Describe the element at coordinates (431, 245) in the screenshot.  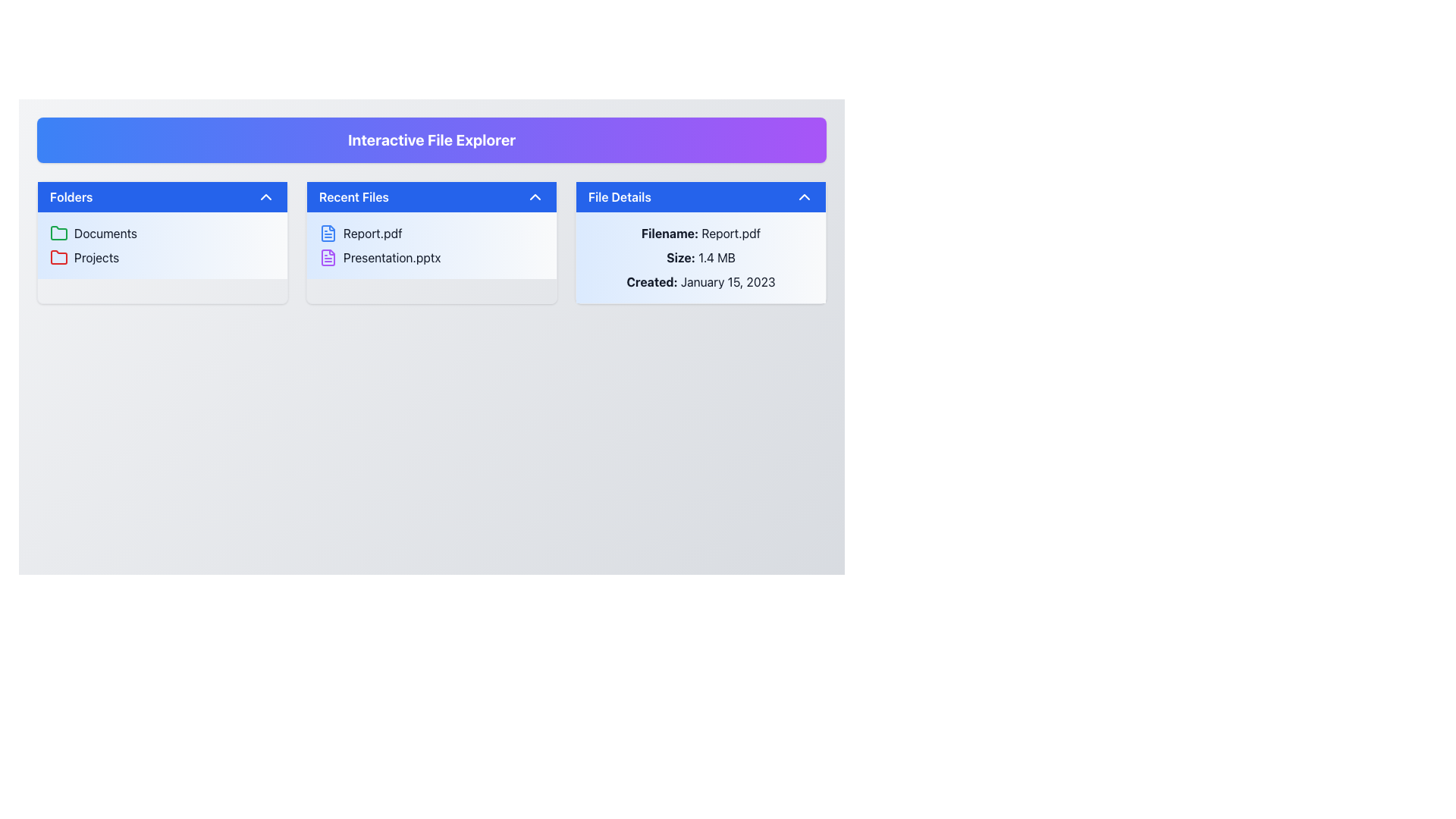
I see `on the file name 'Report.pdf' displayed in the center panel under the 'Recent Files' heading` at that location.